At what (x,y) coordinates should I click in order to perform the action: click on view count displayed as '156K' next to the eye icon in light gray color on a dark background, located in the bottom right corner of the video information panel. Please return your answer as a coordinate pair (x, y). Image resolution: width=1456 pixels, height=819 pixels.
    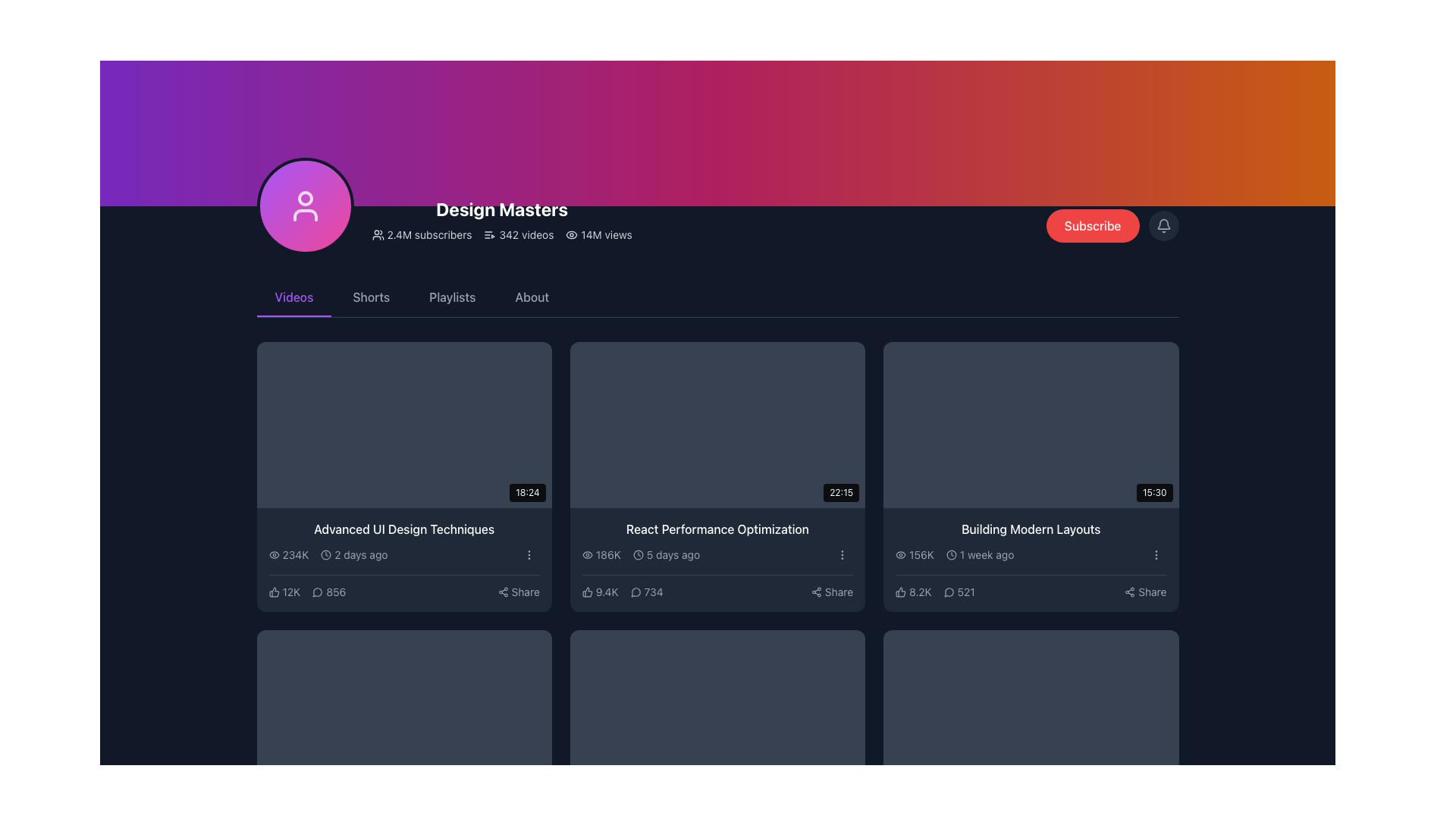
    Looking at the image, I should click on (914, 555).